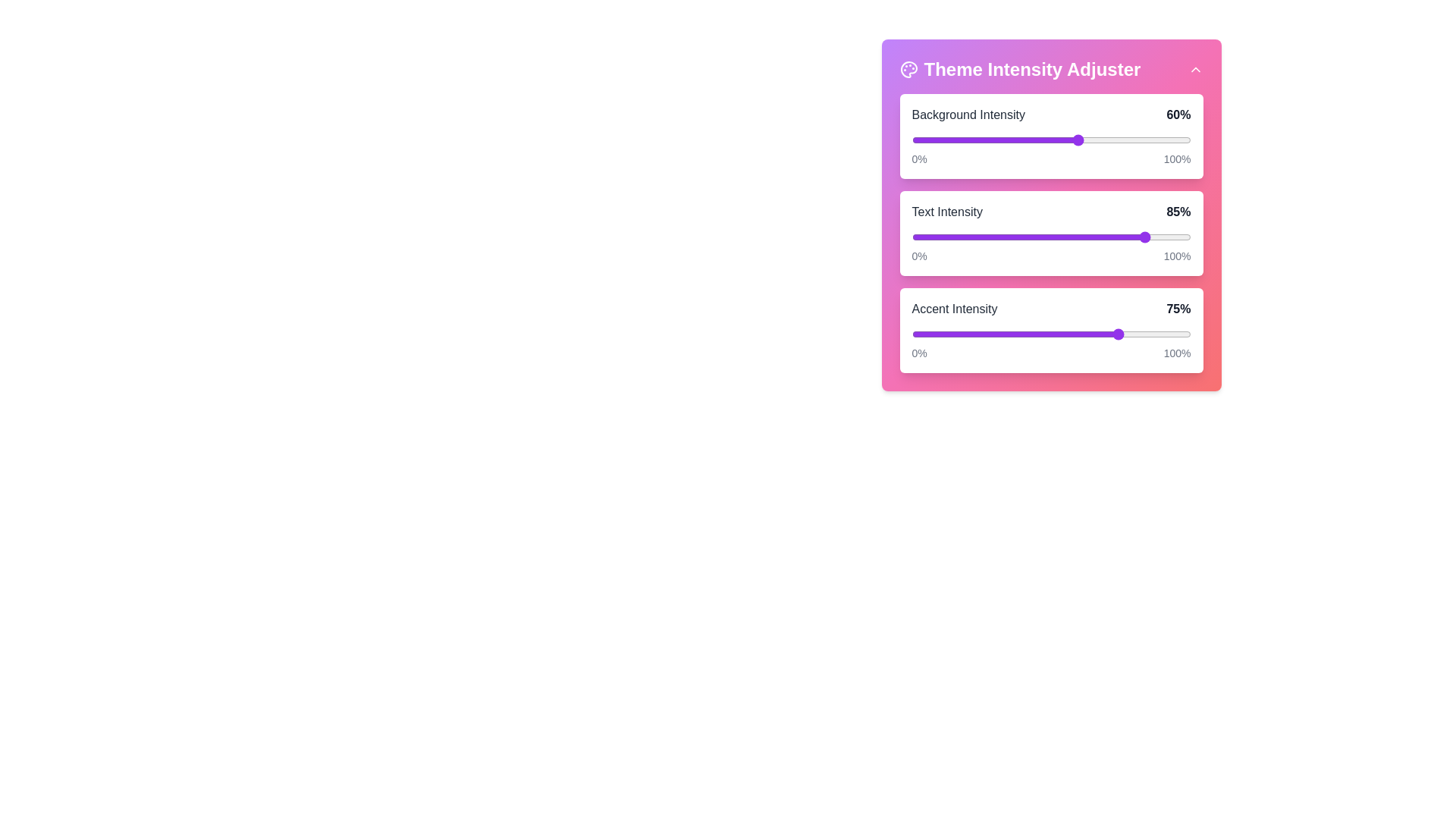 The height and width of the screenshot is (819, 1456). I want to click on the prominently styled heading text 'Theme Intensity Adjuster' with a palette icon, which is located at the top-left of the settings card, so click(1020, 70).